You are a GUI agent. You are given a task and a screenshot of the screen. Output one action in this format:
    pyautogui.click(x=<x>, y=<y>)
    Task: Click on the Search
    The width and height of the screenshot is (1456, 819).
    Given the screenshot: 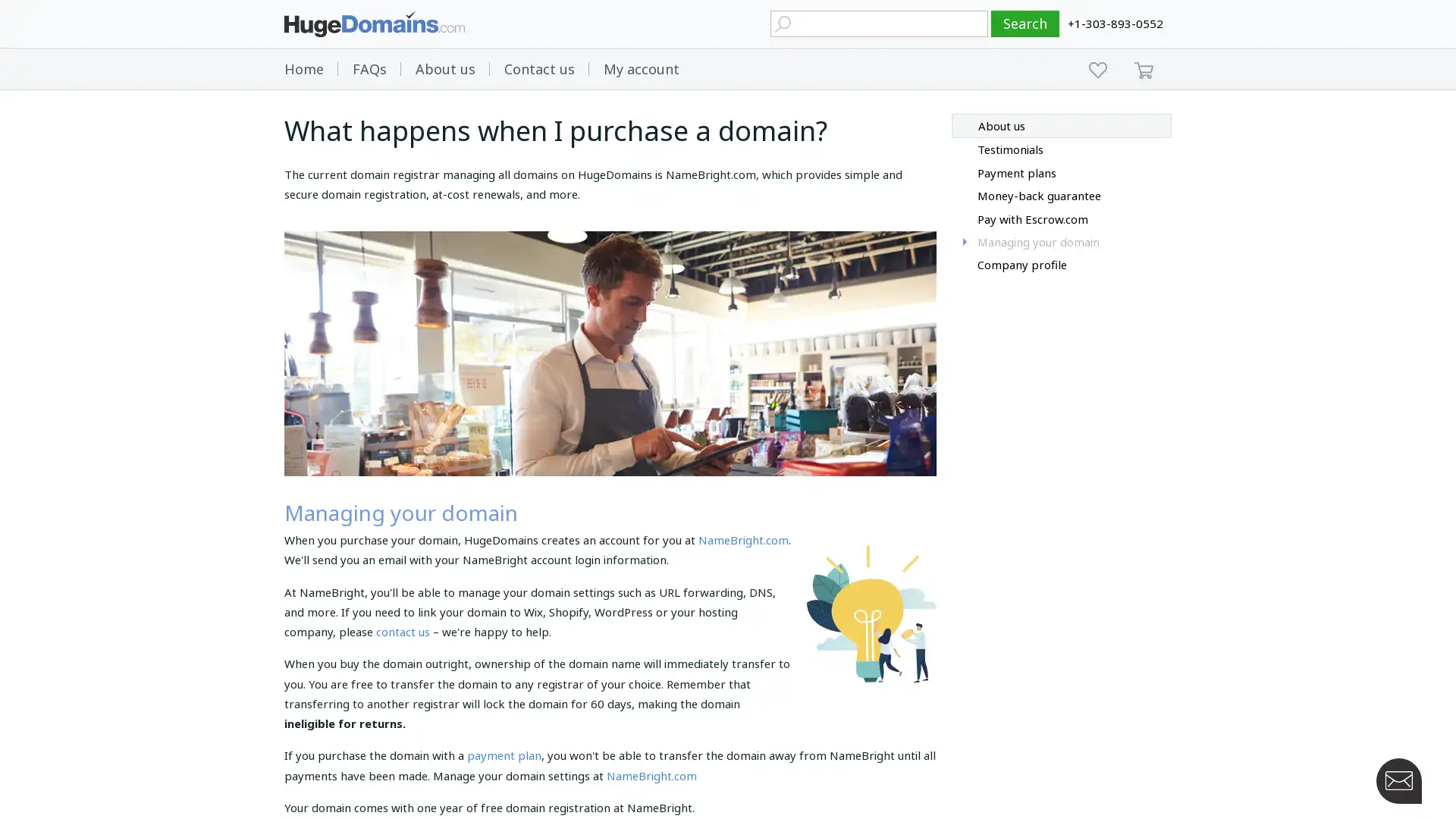 What is the action you would take?
    pyautogui.click(x=1025, y=24)
    